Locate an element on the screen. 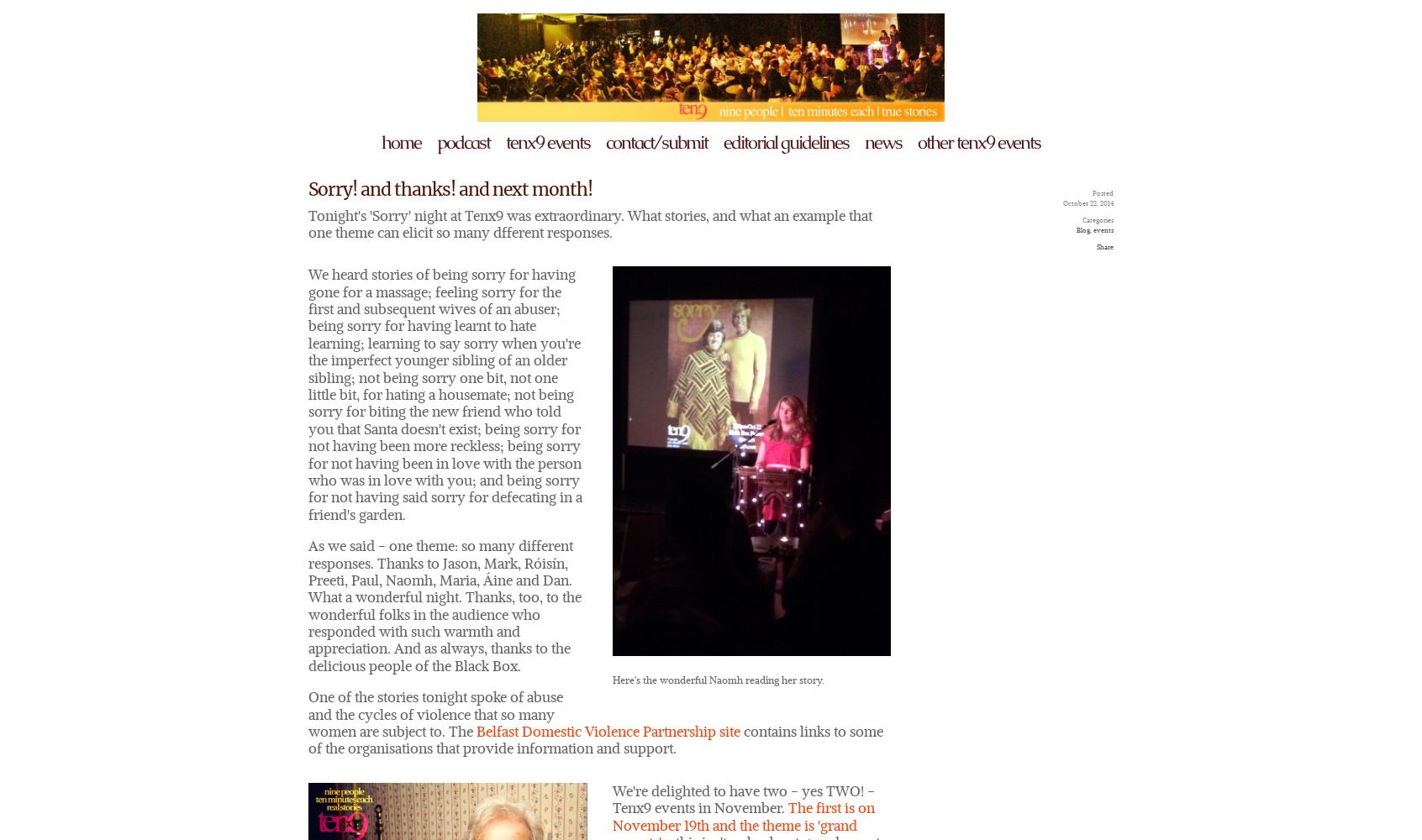  'editorial guidelines' is located at coordinates (786, 142).